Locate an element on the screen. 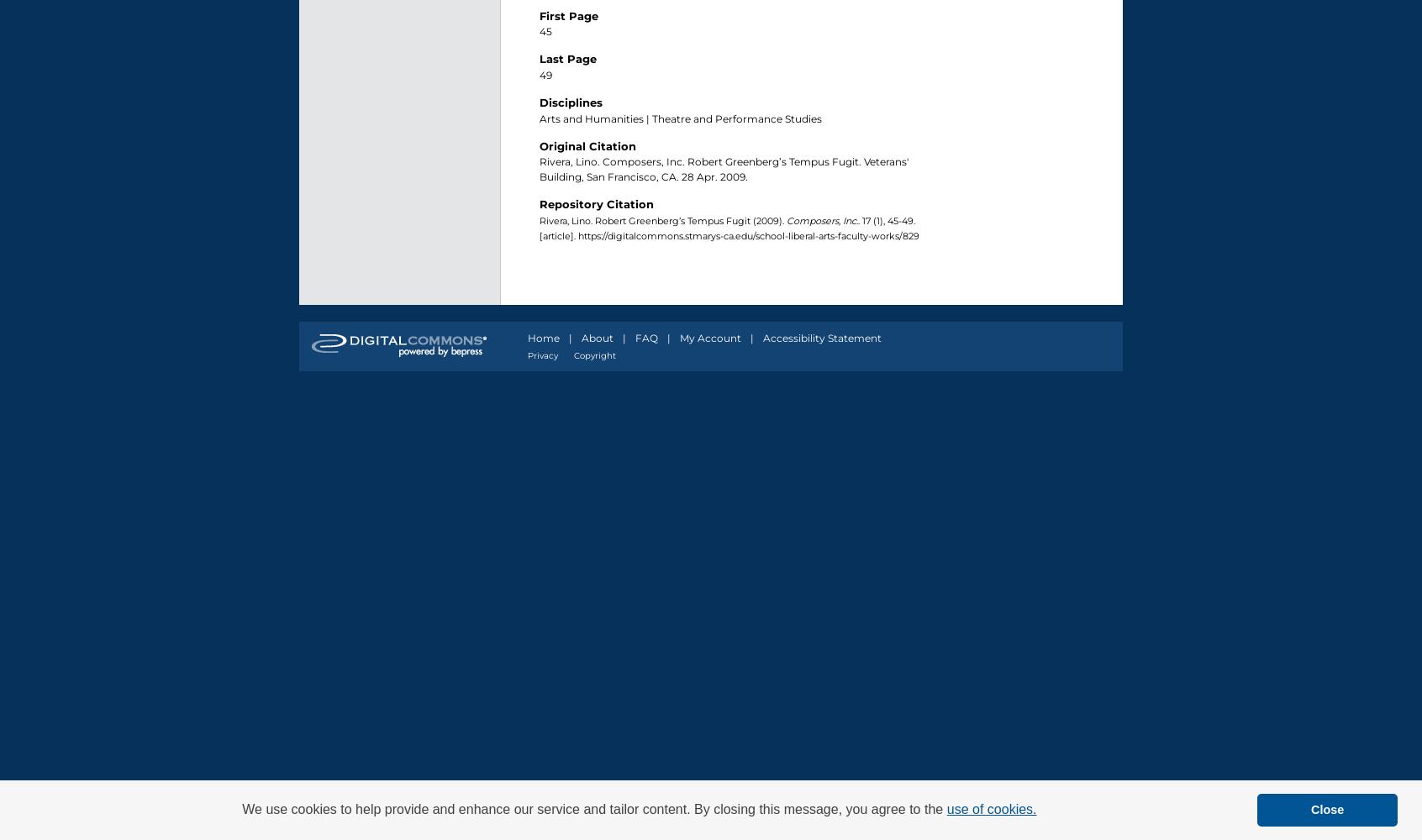 This screenshot has width=1422, height=840. 'Close' is located at coordinates (1326, 809).